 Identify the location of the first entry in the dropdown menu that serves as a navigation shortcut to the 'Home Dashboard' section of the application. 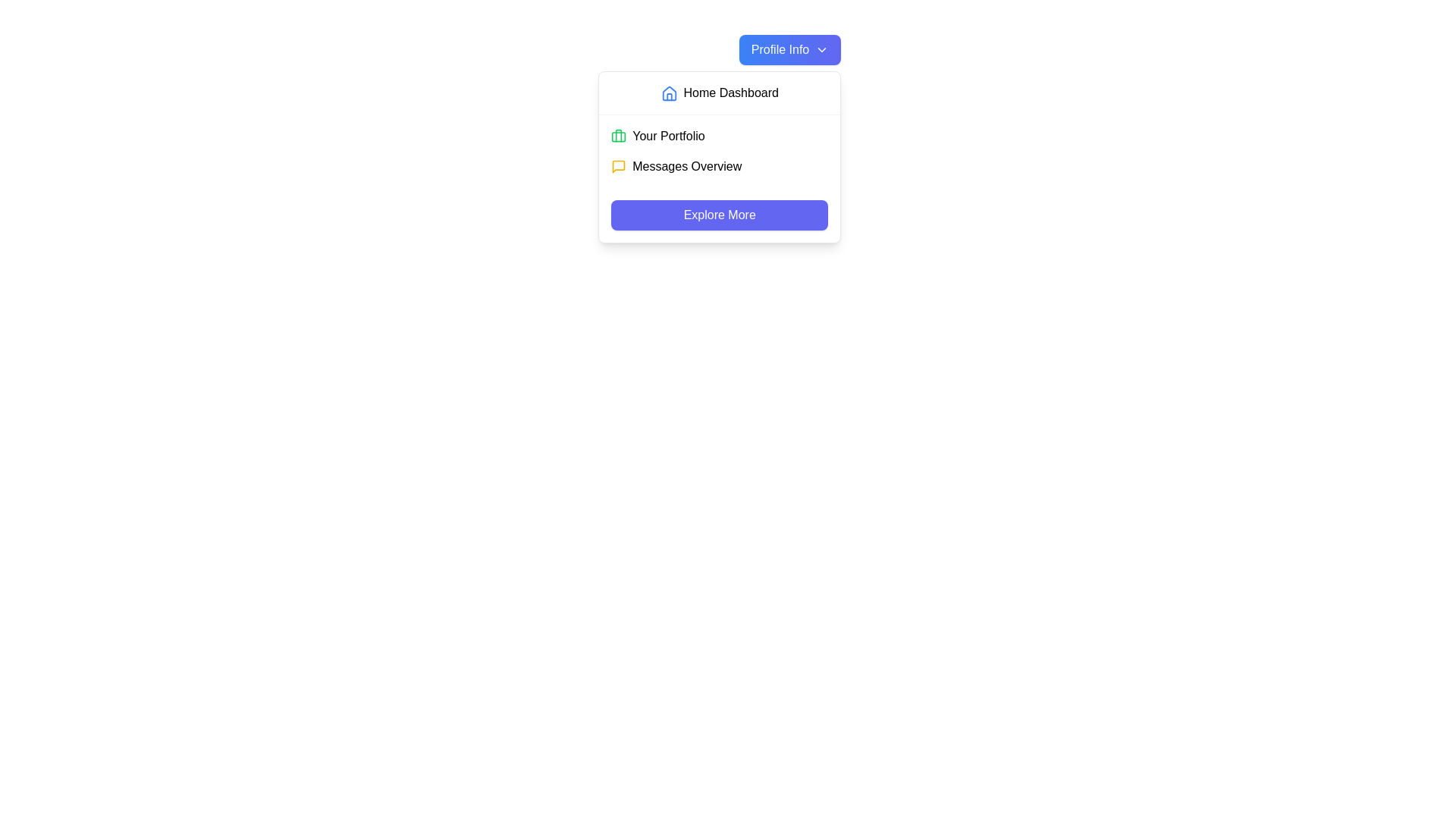
(719, 93).